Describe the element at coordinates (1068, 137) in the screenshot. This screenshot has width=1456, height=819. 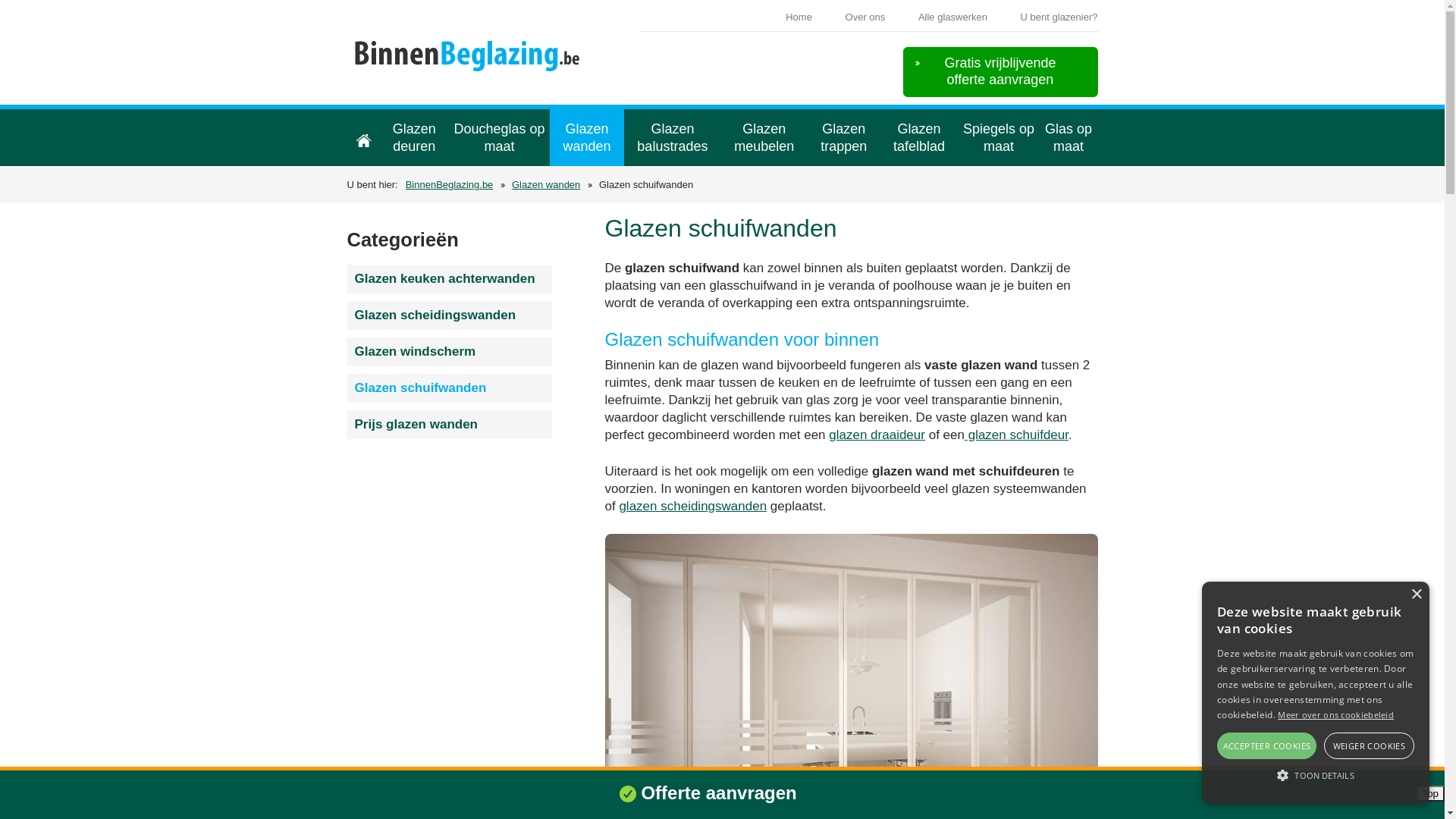
I see `'Glas op maat'` at that location.